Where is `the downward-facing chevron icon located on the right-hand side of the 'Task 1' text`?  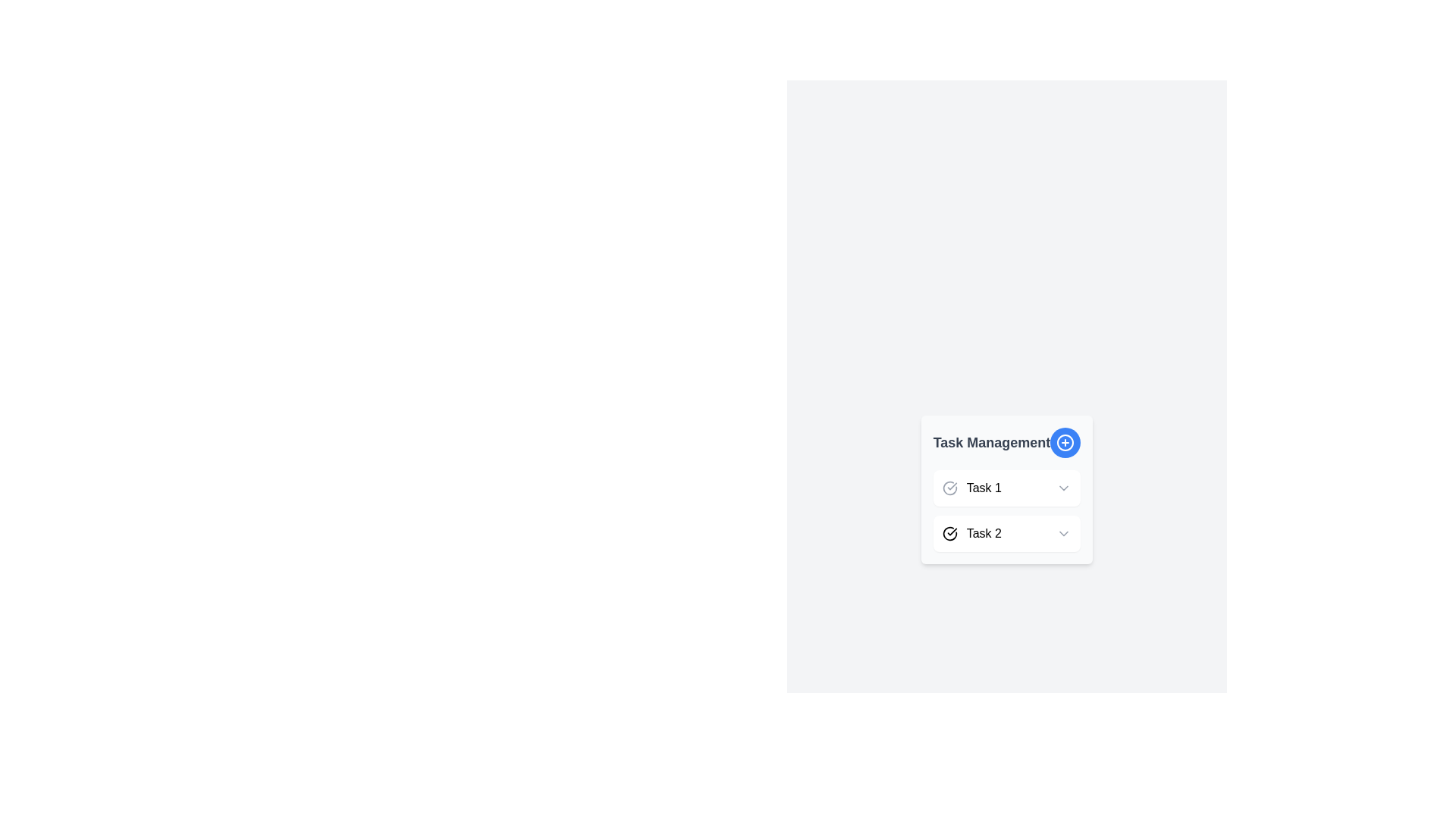 the downward-facing chevron icon located on the right-hand side of the 'Task 1' text is located at coordinates (1063, 488).